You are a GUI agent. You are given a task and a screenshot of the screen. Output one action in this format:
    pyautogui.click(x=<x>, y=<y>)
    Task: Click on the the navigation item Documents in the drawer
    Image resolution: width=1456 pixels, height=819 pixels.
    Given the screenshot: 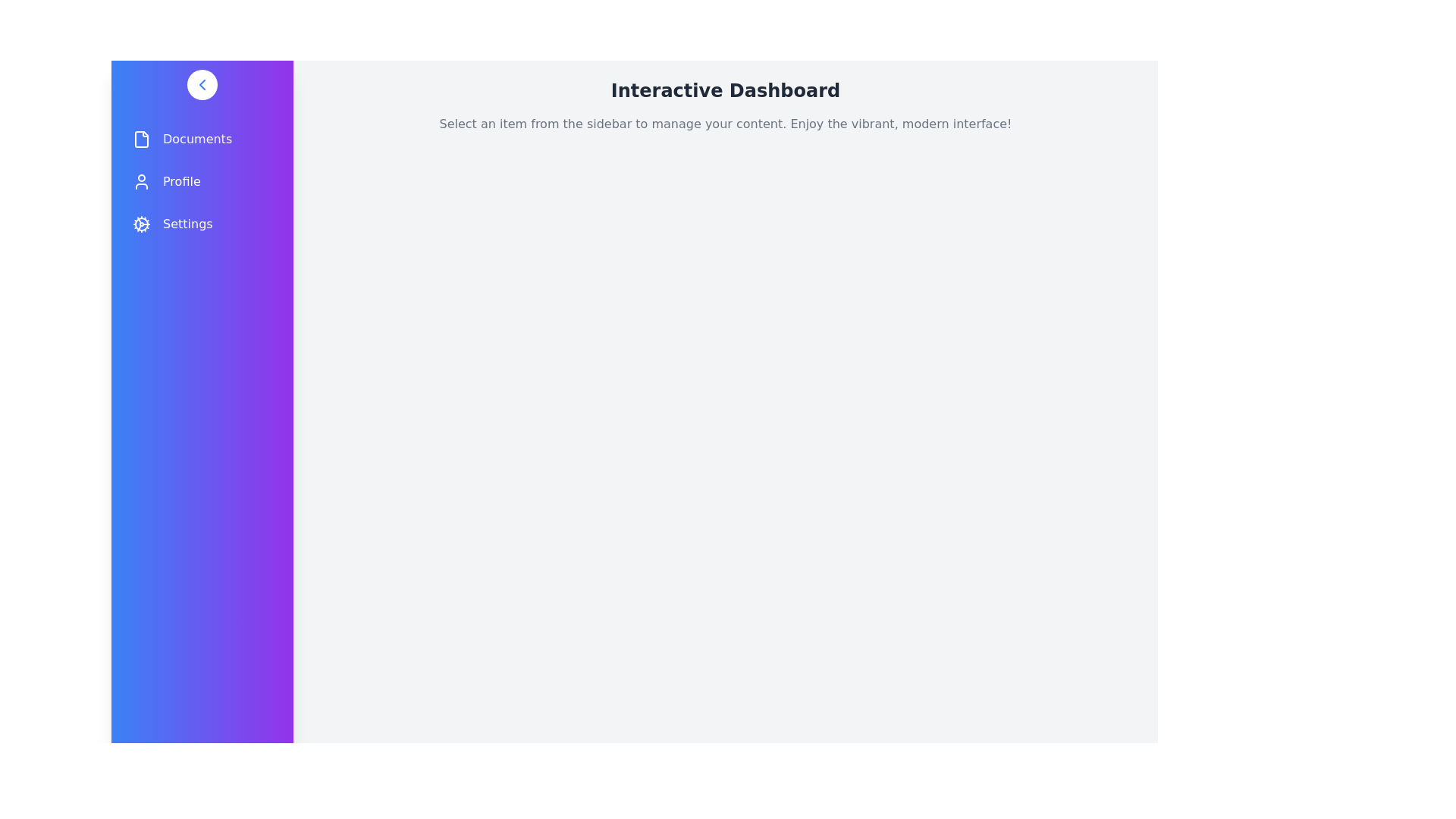 What is the action you would take?
    pyautogui.click(x=202, y=140)
    